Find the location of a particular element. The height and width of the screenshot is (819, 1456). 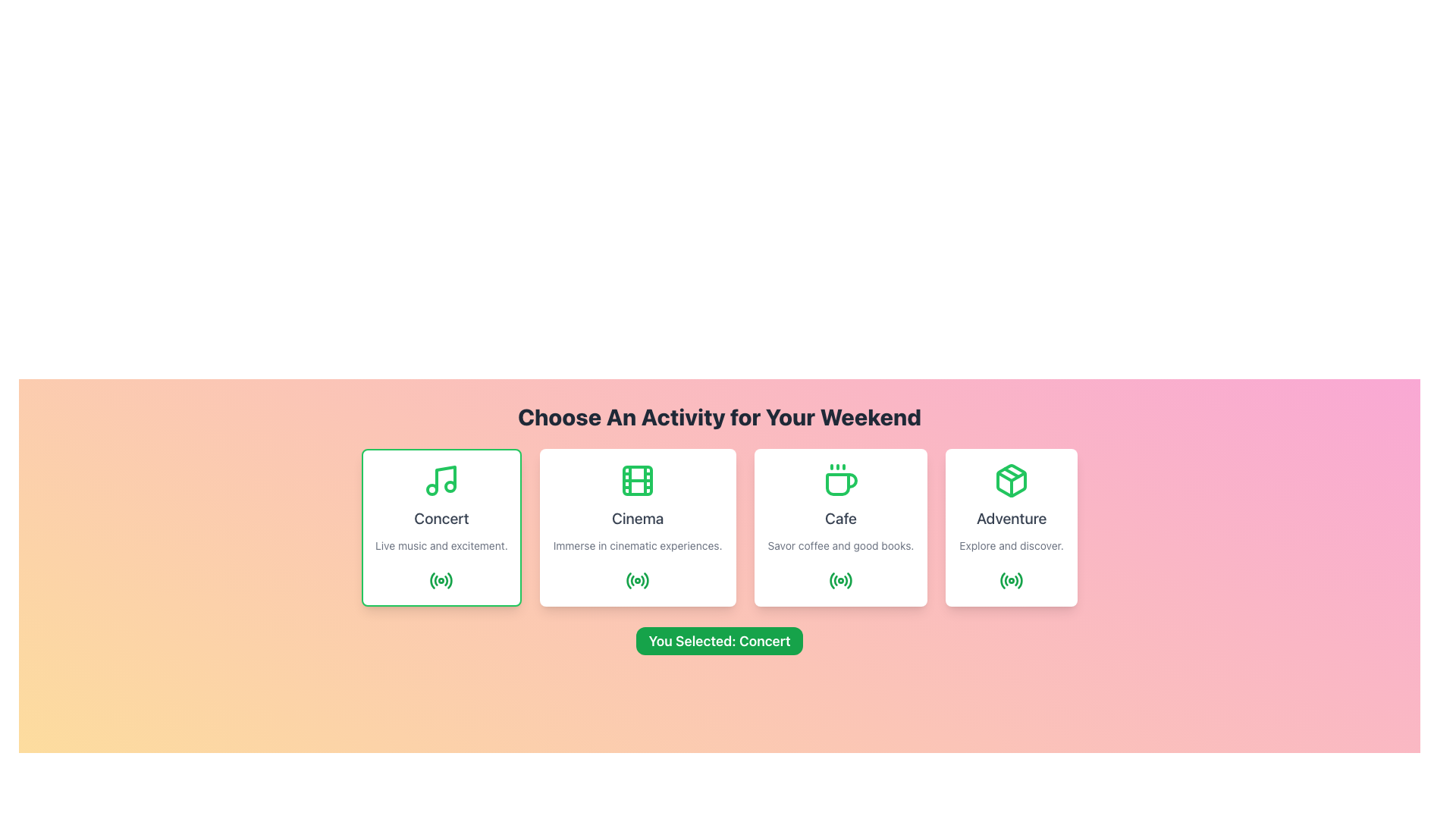

the static text element that serves as a descriptive tagline for the adventure-related card, located in the fourth column of the grid layout, below the 'Adventure' text and above a green icon is located at coordinates (1012, 546).